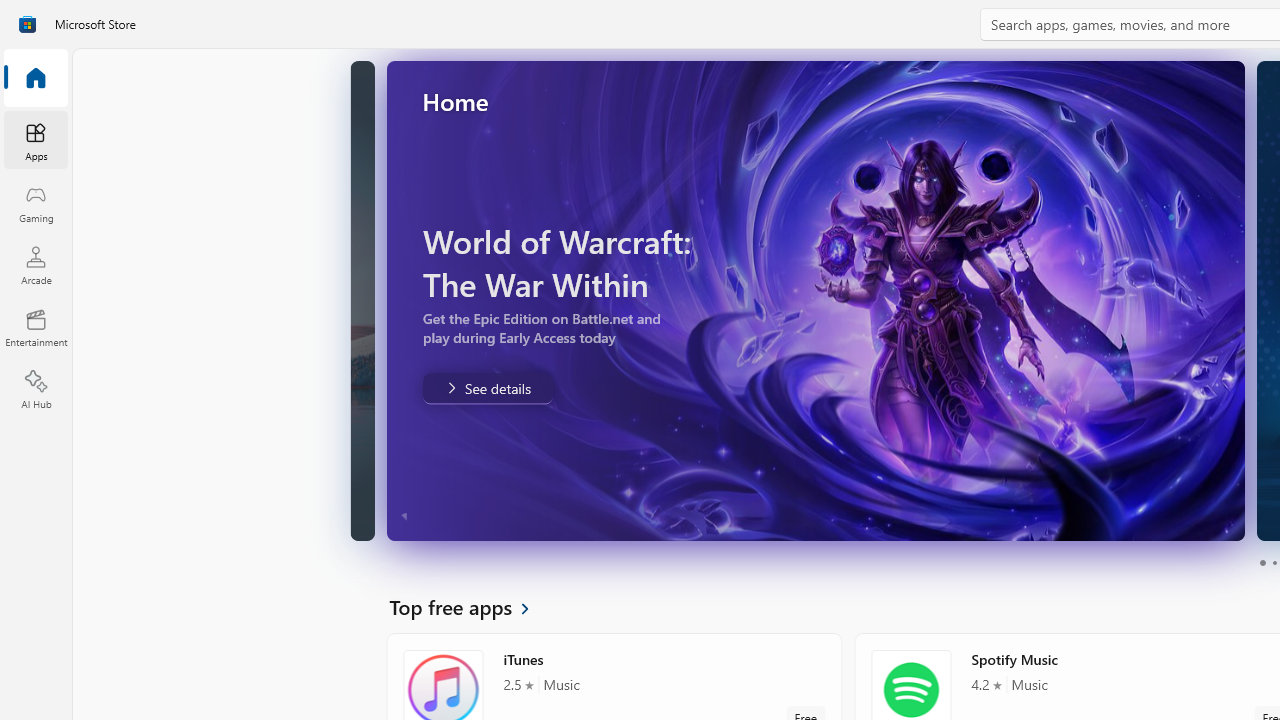 The image size is (1280, 720). What do you see at coordinates (35, 390) in the screenshot?
I see `'AI Hub'` at bounding box center [35, 390].